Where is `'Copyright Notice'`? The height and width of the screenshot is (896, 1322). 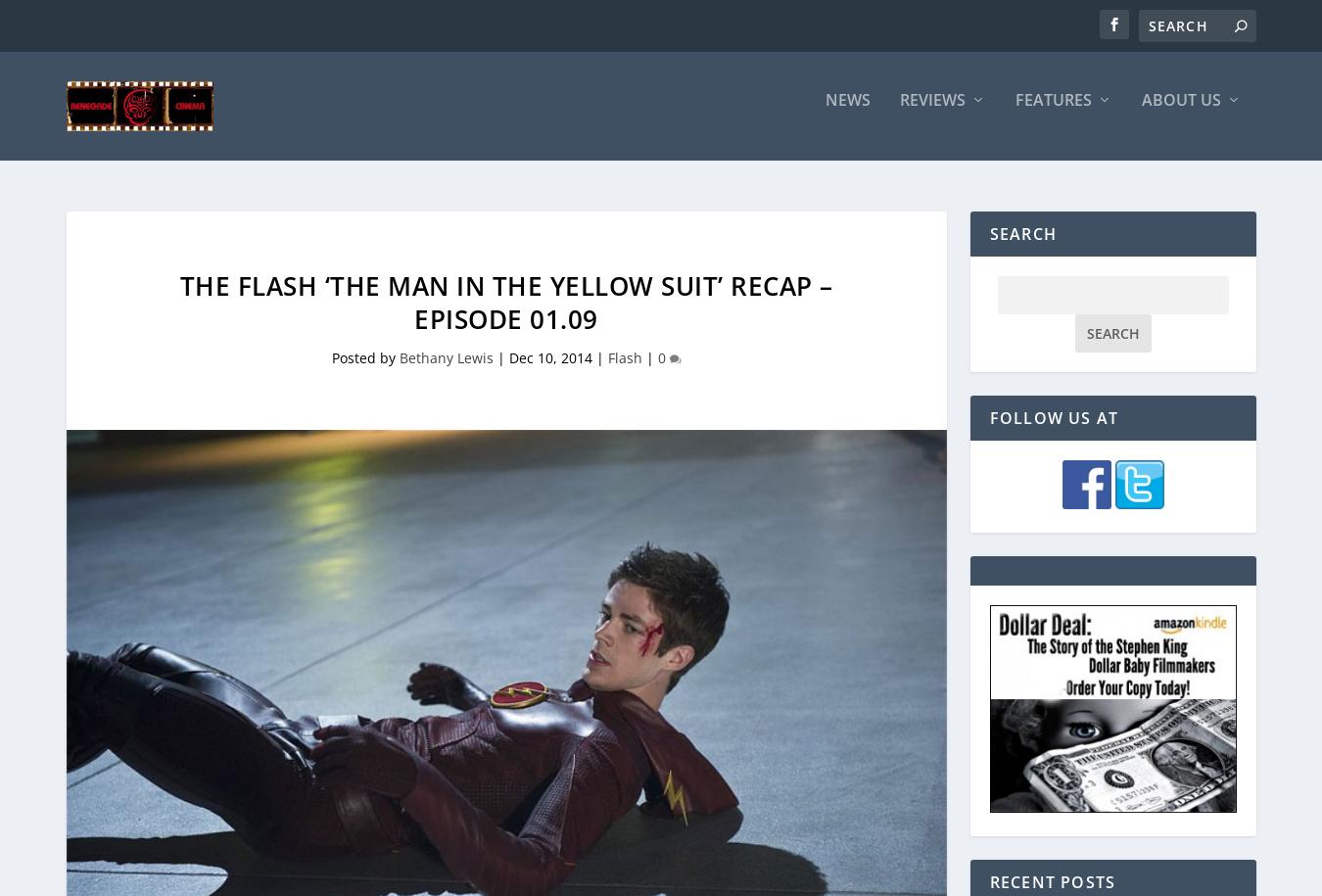 'Copyright Notice' is located at coordinates (1118, 225).